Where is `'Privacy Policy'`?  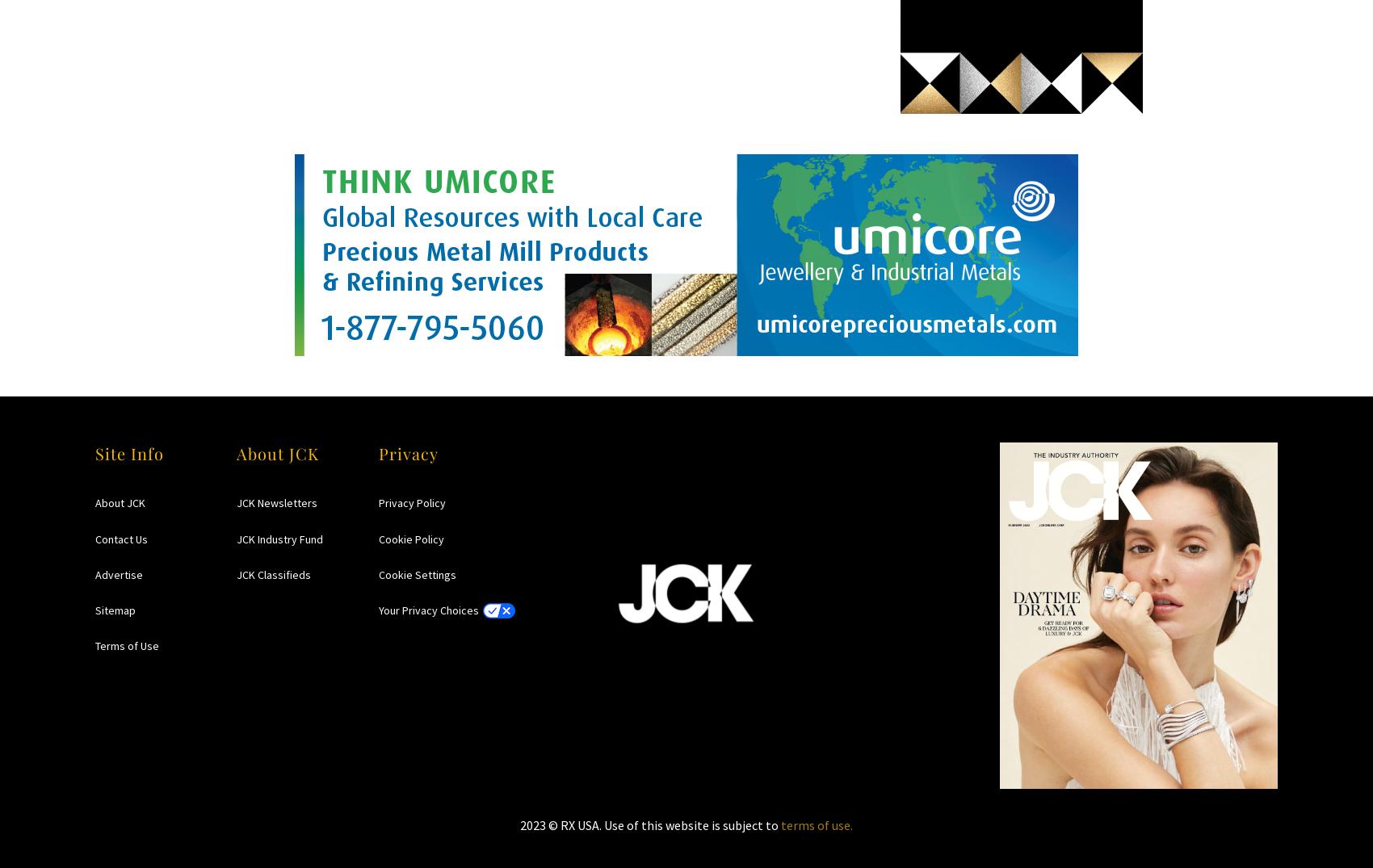
'Privacy Policy' is located at coordinates (411, 501).